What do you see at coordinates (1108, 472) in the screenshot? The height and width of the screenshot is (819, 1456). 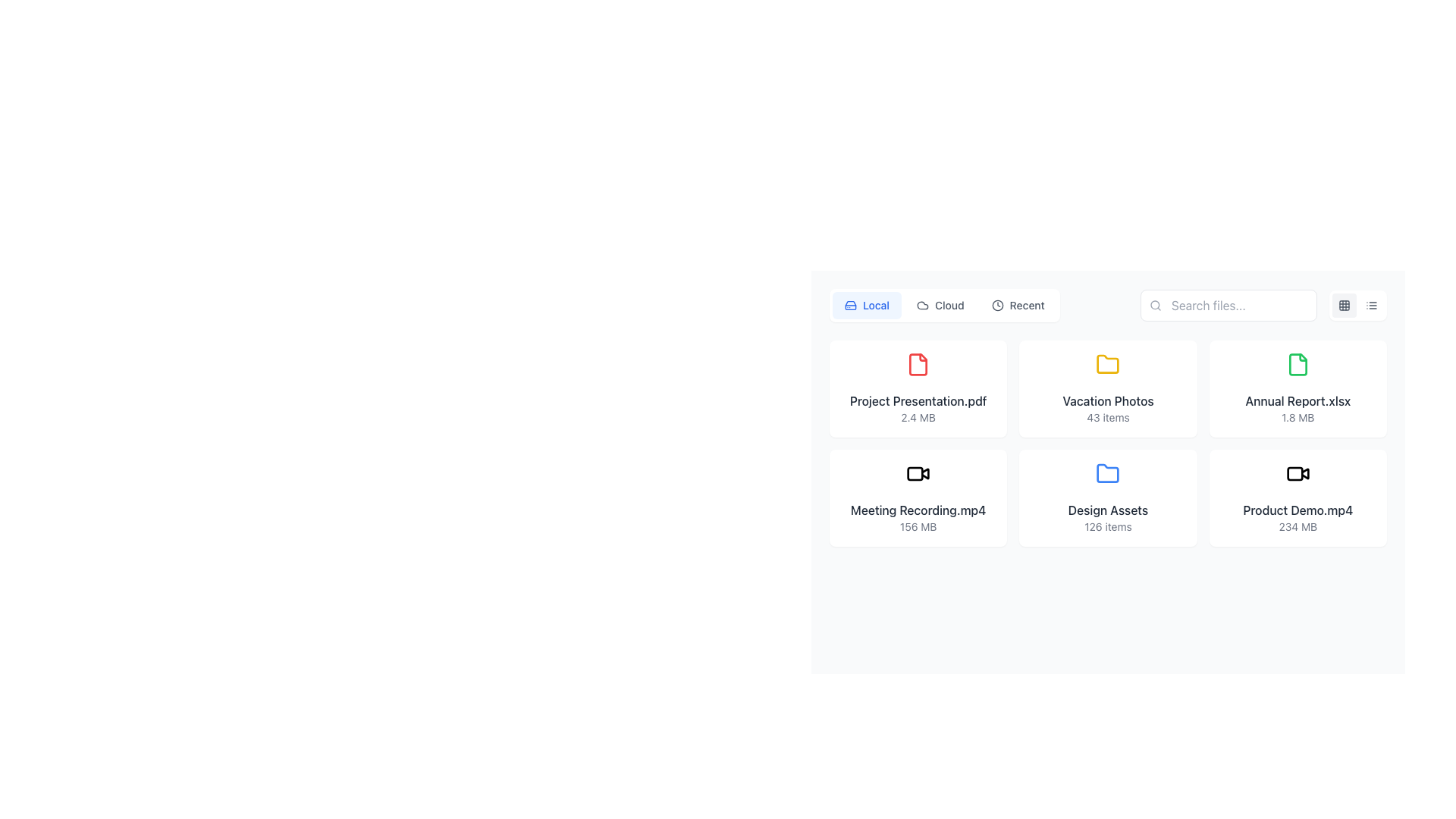 I see `the 'Design Assets' folder icon, which is the second element from the left in the lower row of the grid layout` at bounding box center [1108, 472].